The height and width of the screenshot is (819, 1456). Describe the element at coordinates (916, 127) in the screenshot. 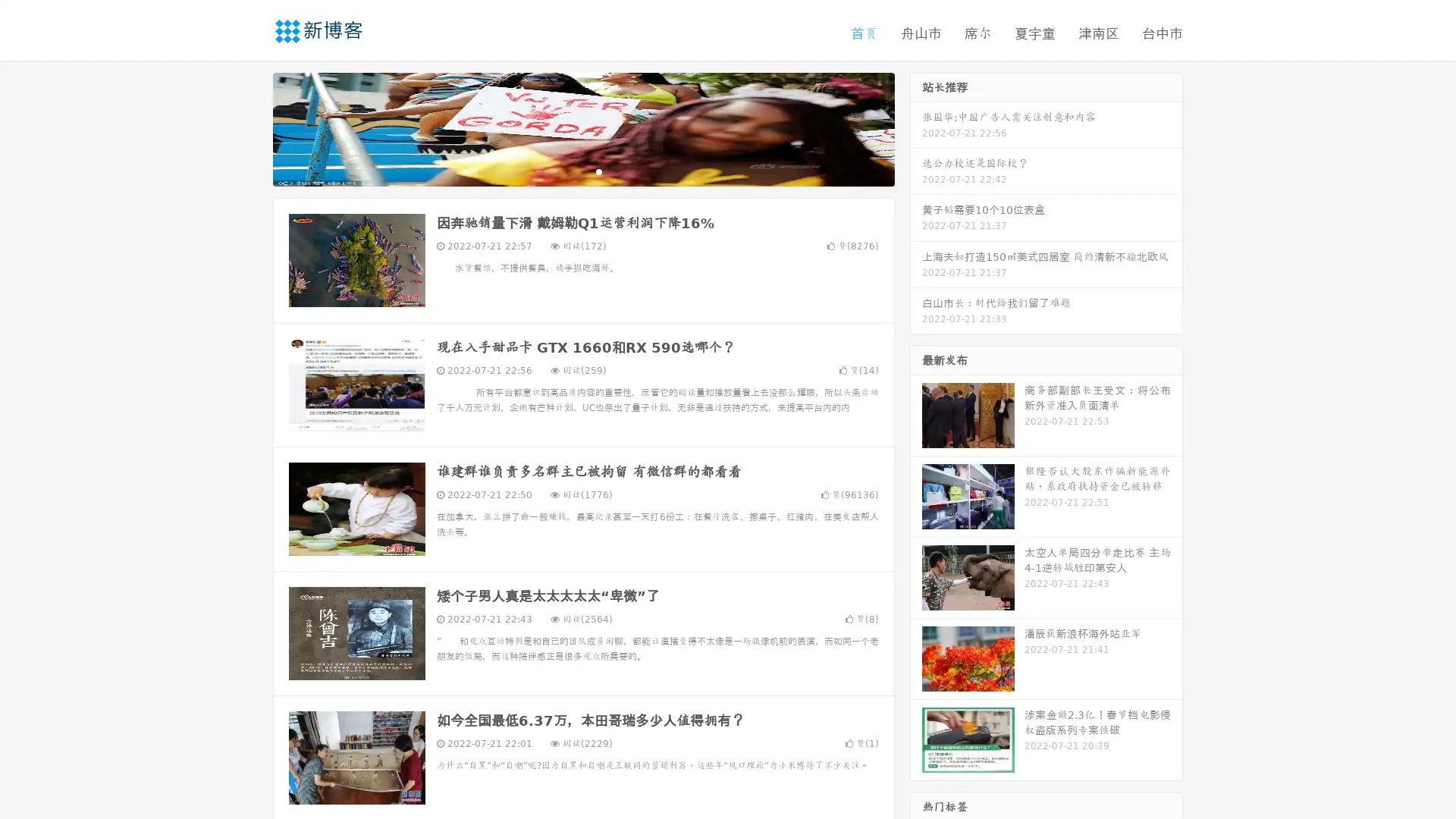

I see `Next slide` at that location.